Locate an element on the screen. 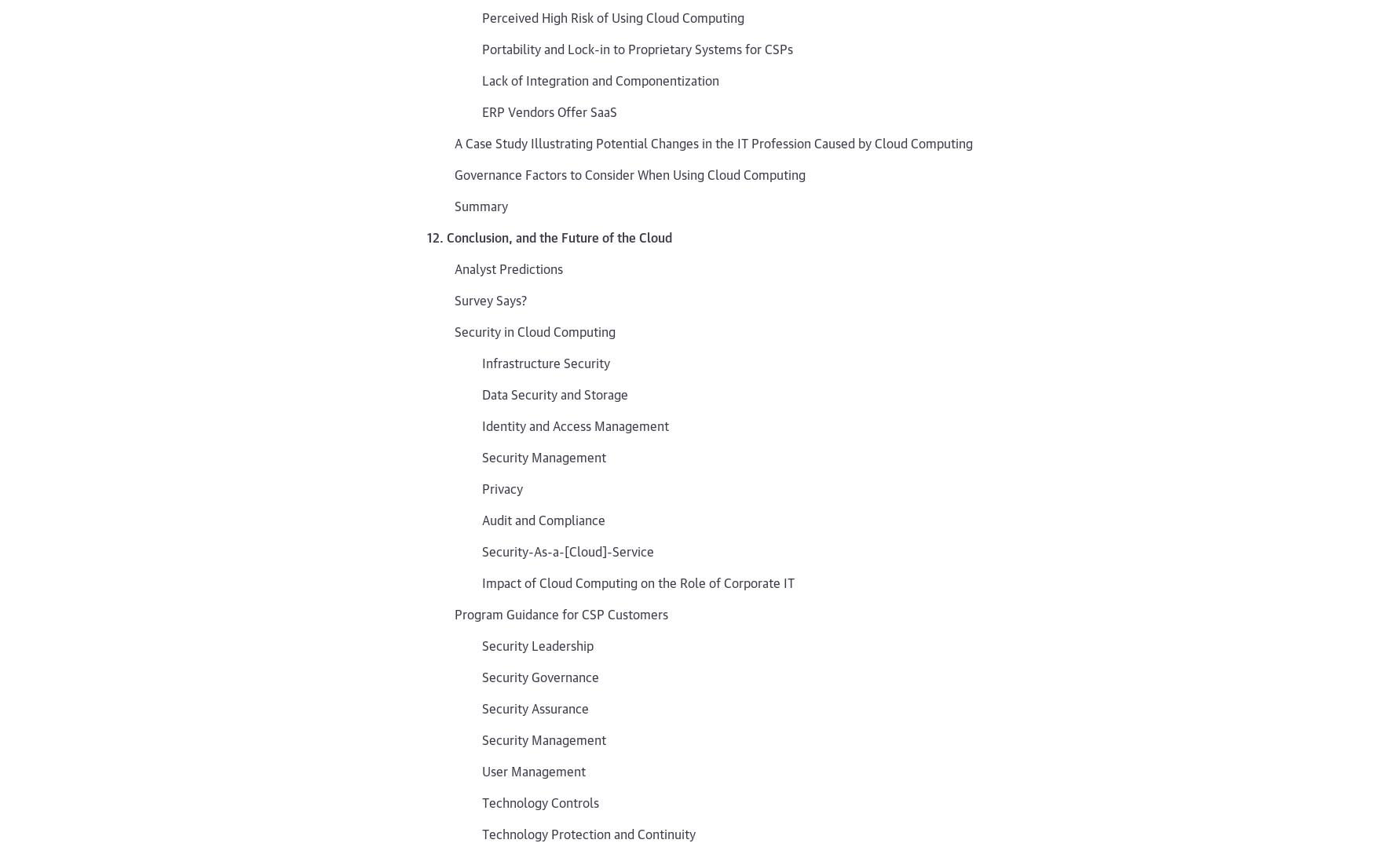  'Security in Cloud Computing' is located at coordinates (535, 330).